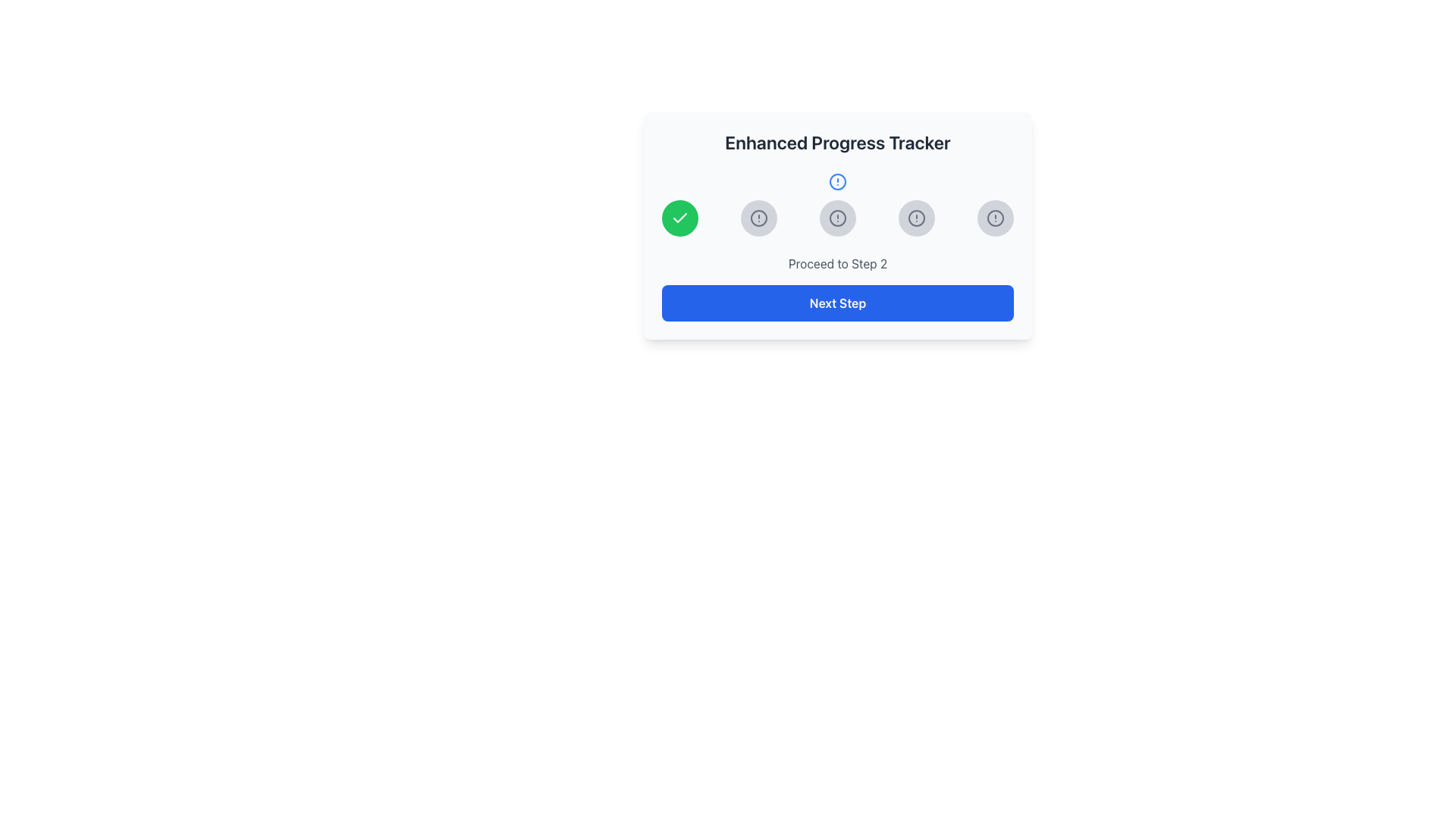 Image resolution: width=1456 pixels, height=819 pixels. I want to click on the alert icon that indicates an incomplete step in the progress tracker, which is the second option among a series of horizontally arranged icons, so click(759, 218).